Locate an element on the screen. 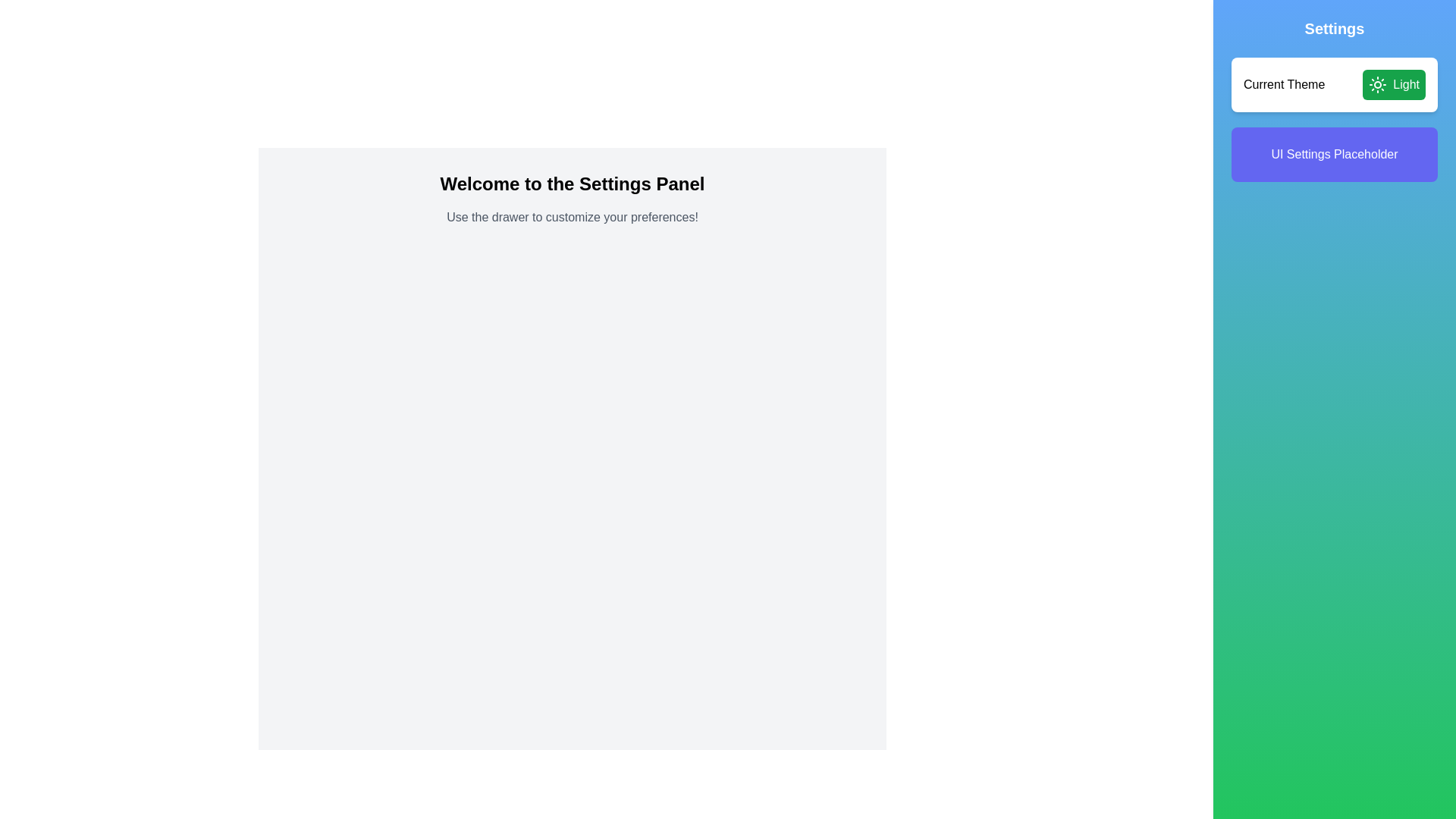 This screenshot has height=819, width=1456. the text 'Welcome to the Settings Panel' is located at coordinates (571, 184).